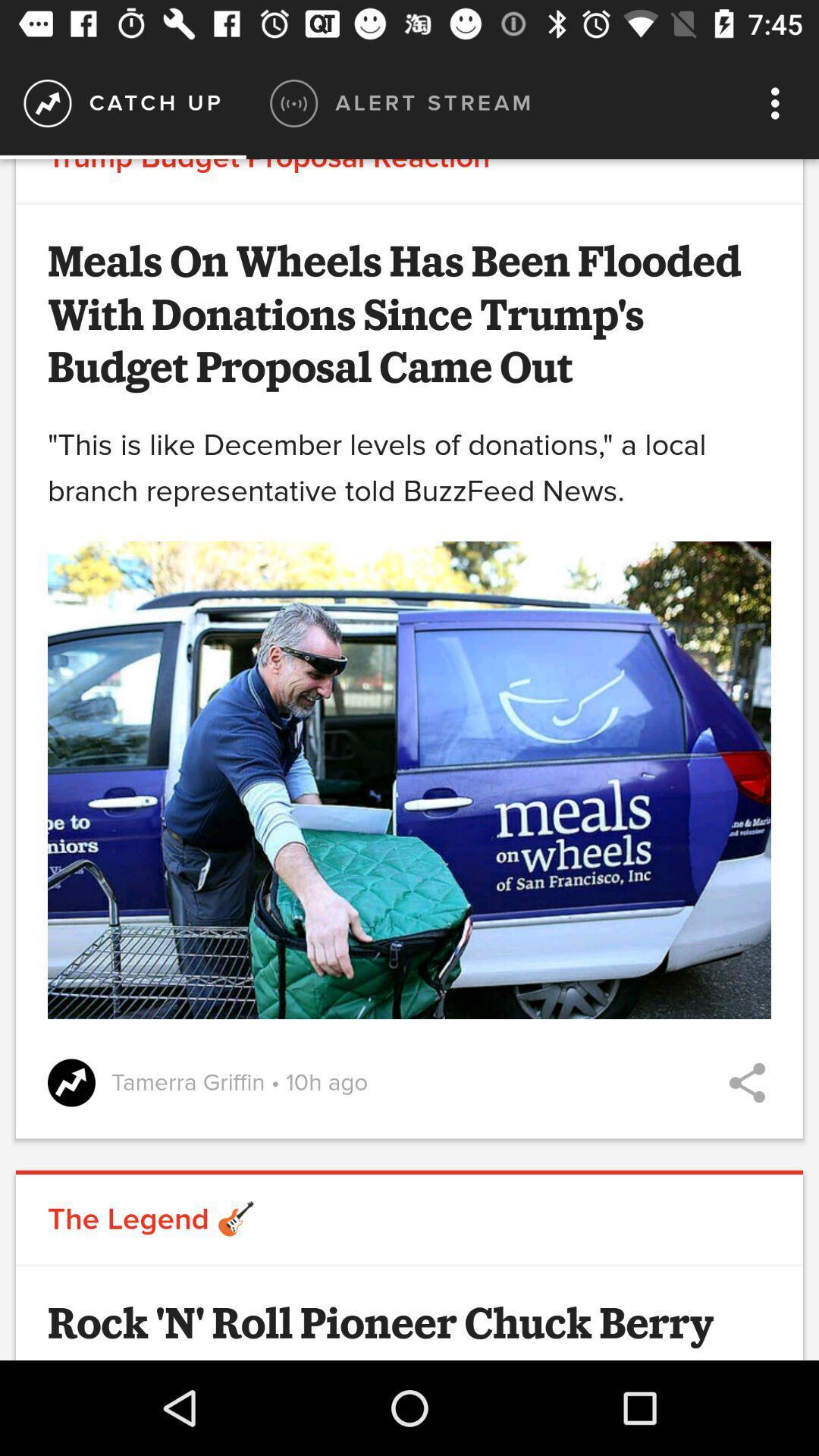 This screenshot has width=819, height=1456. Describe the element at coordinates (779, 102) in the screenshot. I see `item to the right of the alert stream icon` at that location.